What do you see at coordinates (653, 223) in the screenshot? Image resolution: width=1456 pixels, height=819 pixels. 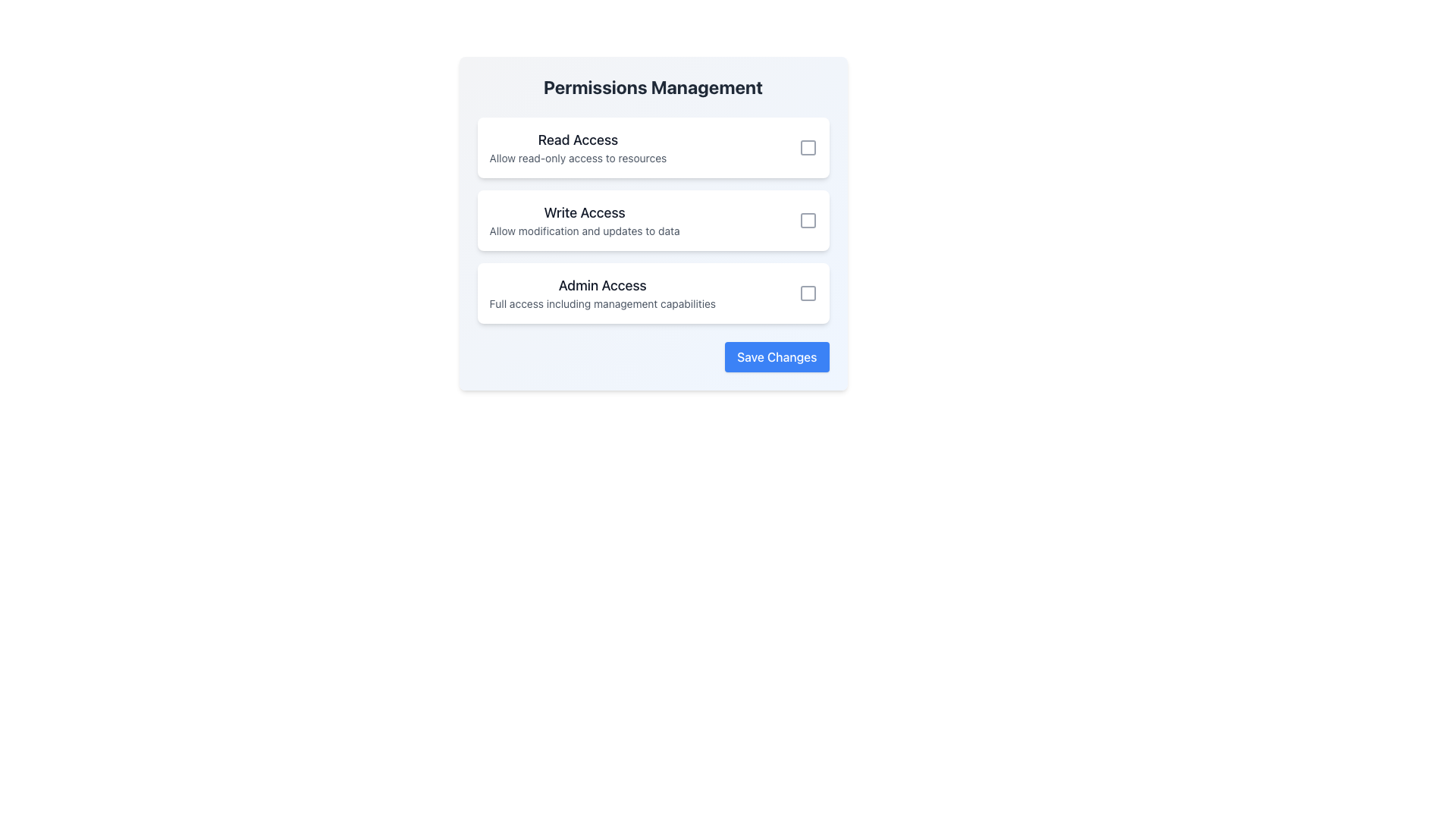 I see `the checkbox for 'Write Access' in the permission management interface` at bounding box center [653, 223].